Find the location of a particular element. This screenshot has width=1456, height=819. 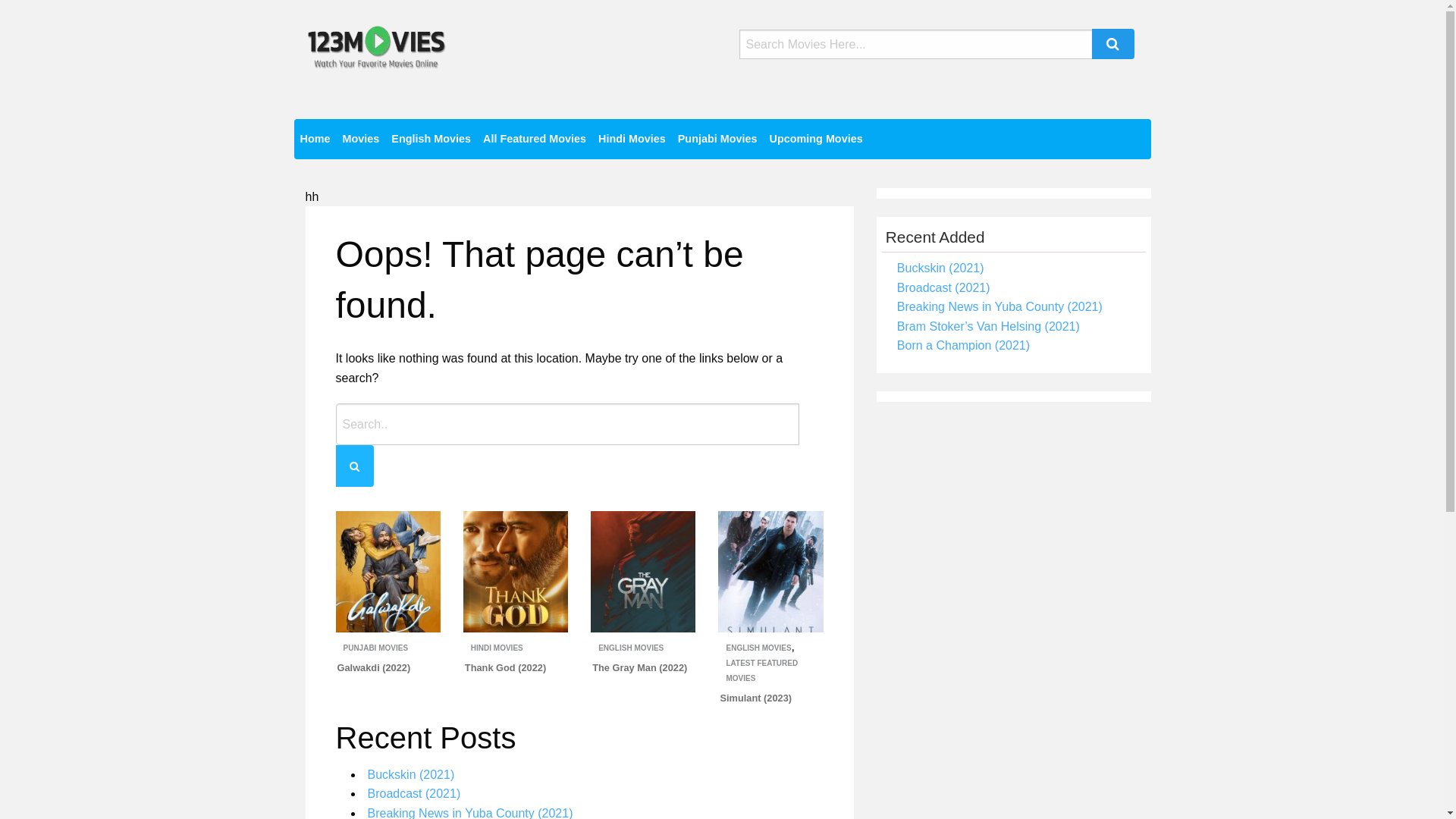

'Home' is located at coordinates (315, 139).